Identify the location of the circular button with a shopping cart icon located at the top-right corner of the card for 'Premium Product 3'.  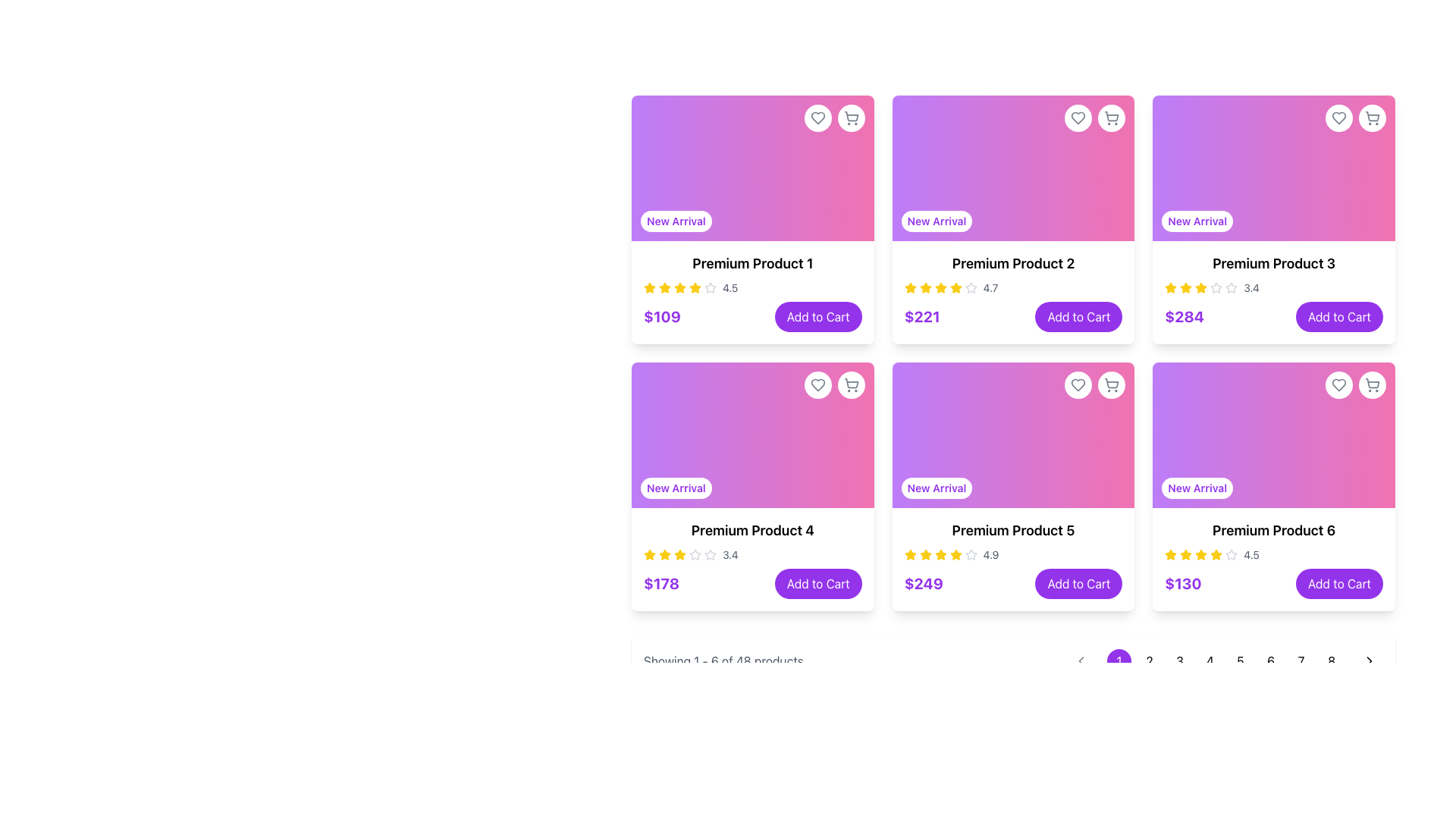
(1372, 117).